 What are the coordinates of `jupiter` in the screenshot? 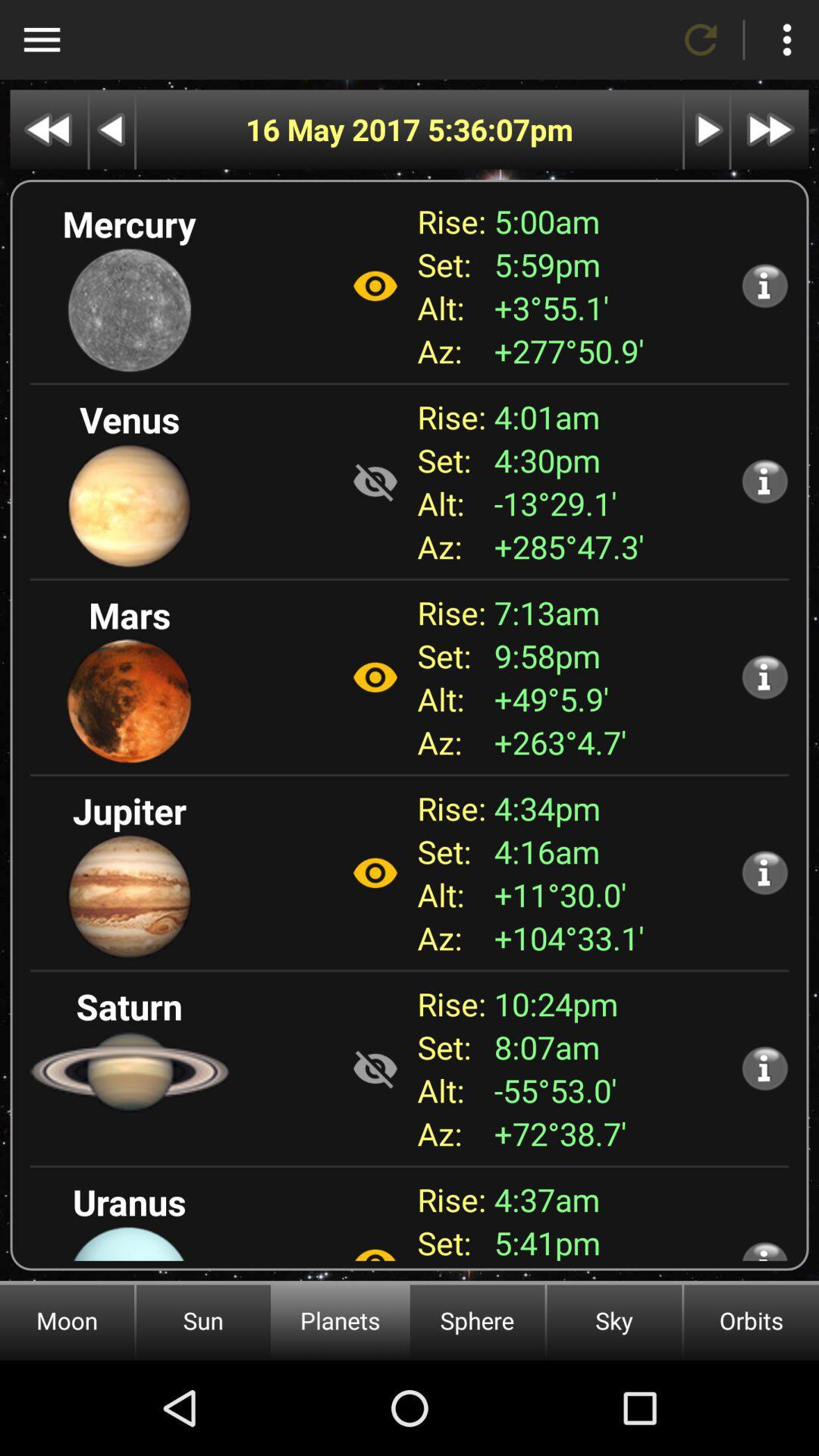 It's located at (375, 873).